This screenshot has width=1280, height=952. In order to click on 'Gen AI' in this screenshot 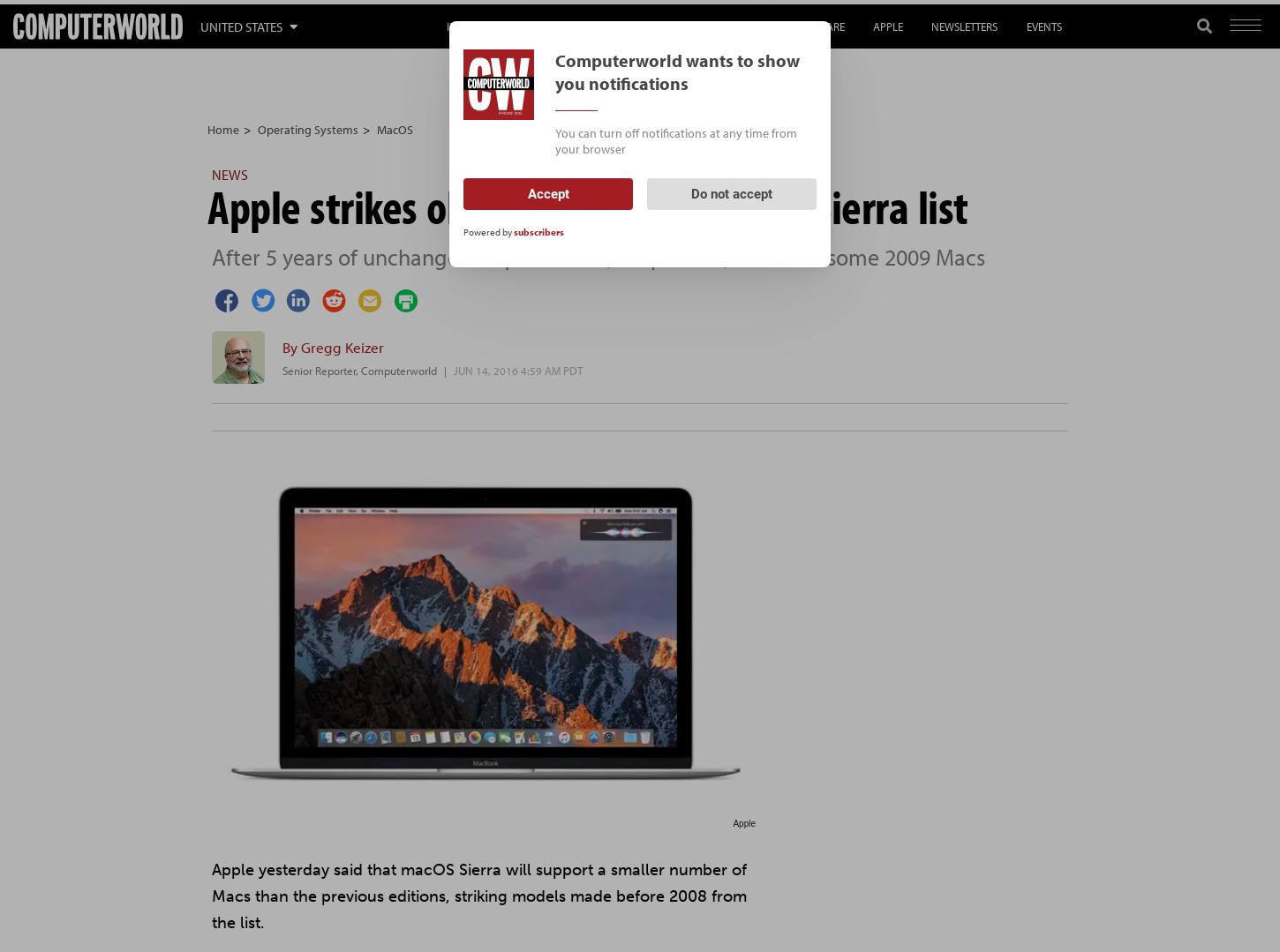, I will do `click(711, 26)`.